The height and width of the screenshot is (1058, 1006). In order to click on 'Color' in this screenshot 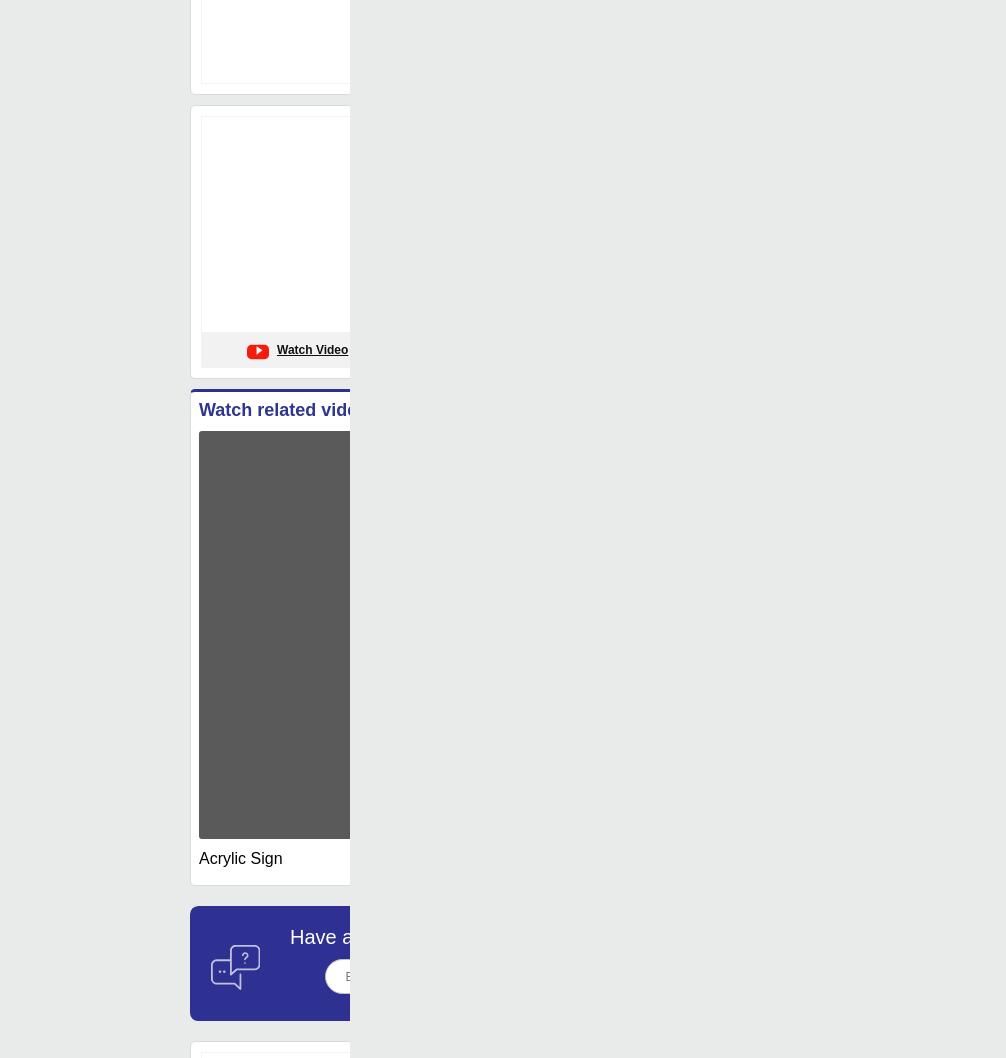, I will do `click(491, 323)`.